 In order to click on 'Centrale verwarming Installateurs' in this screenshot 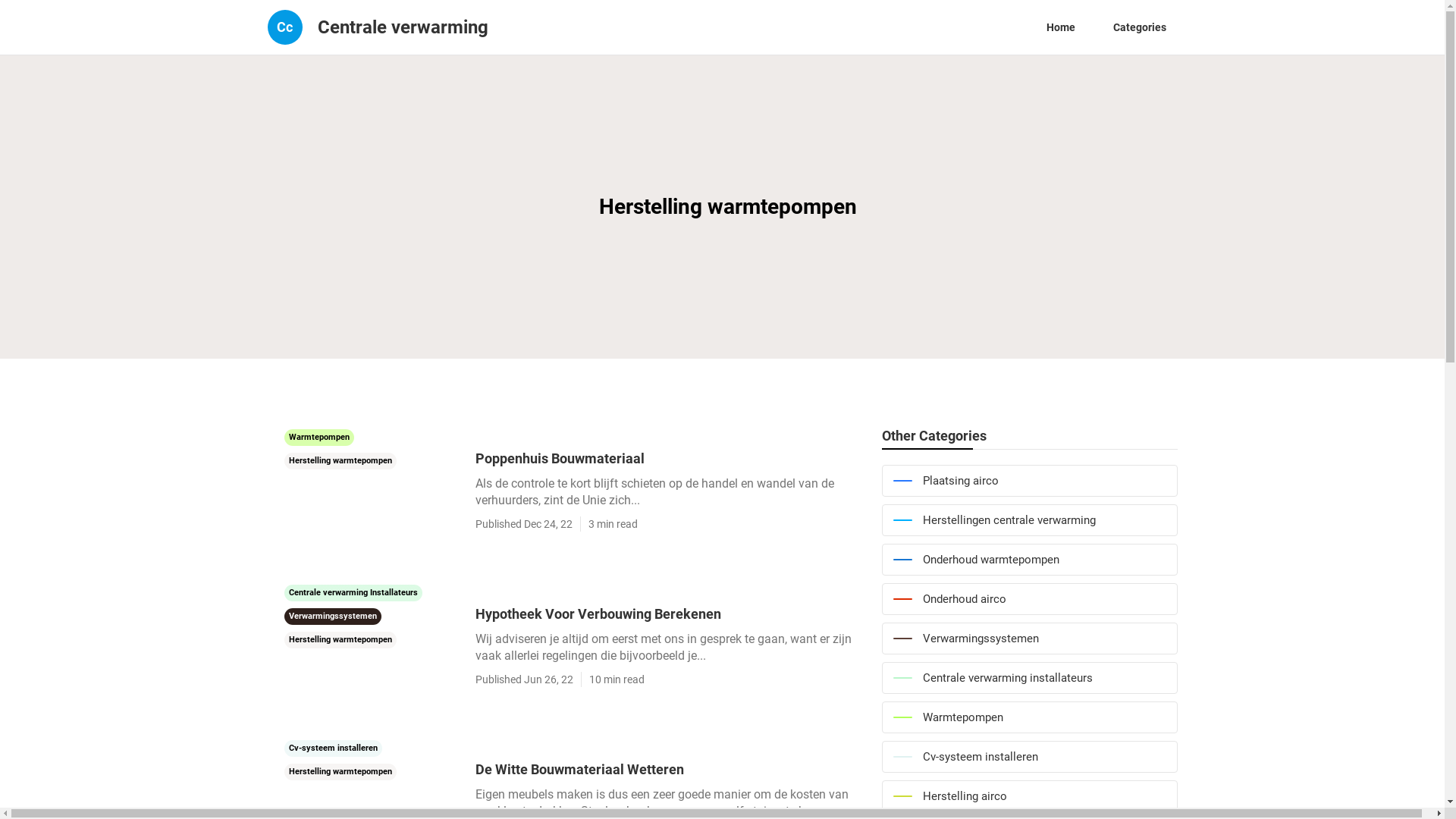, I will do `click(352, 590)`.